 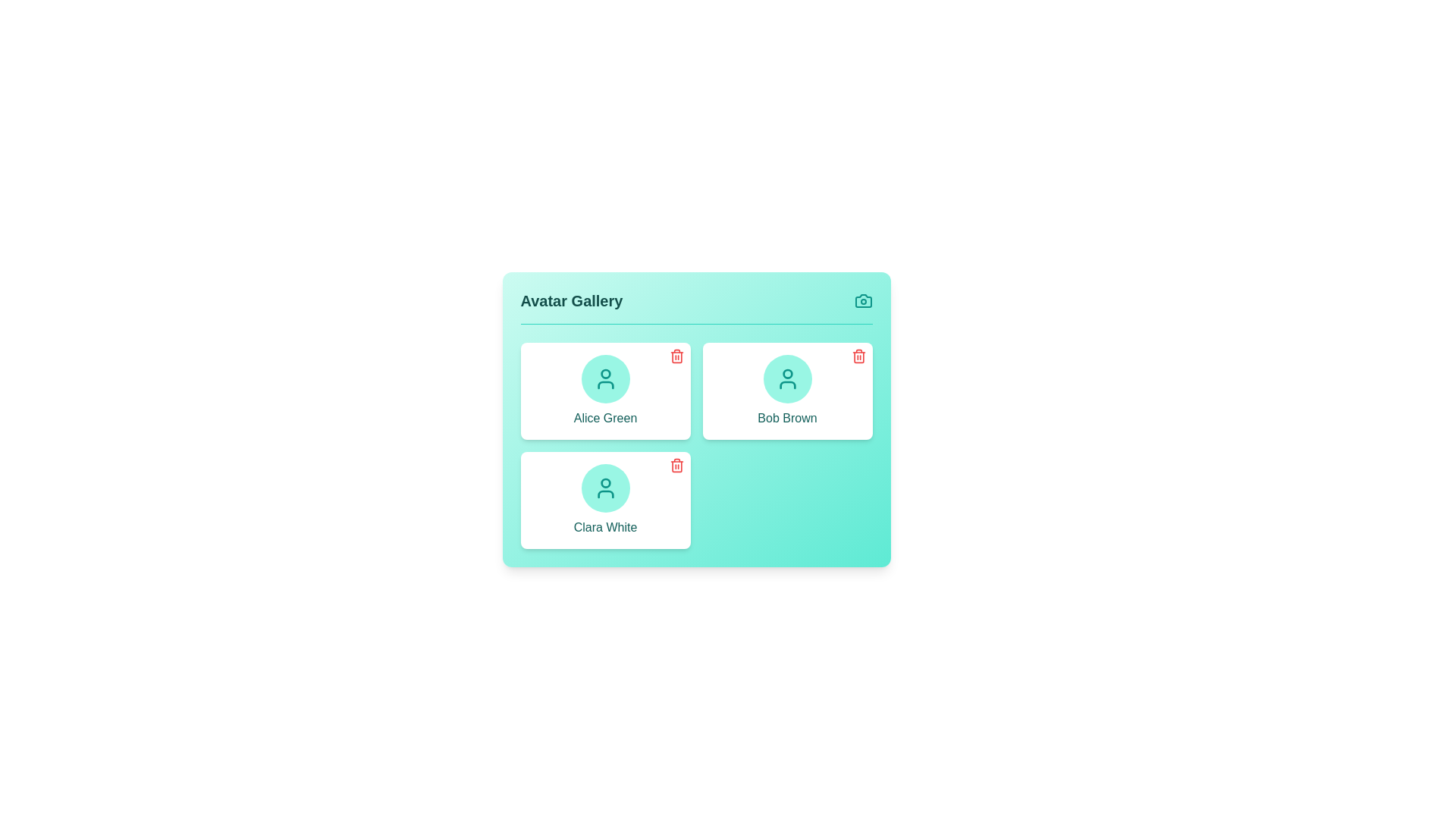 I want to click on the text label that identifies the avatar in the first card from the left on the top row of the avatar card grid, so click(x=604, y=418).